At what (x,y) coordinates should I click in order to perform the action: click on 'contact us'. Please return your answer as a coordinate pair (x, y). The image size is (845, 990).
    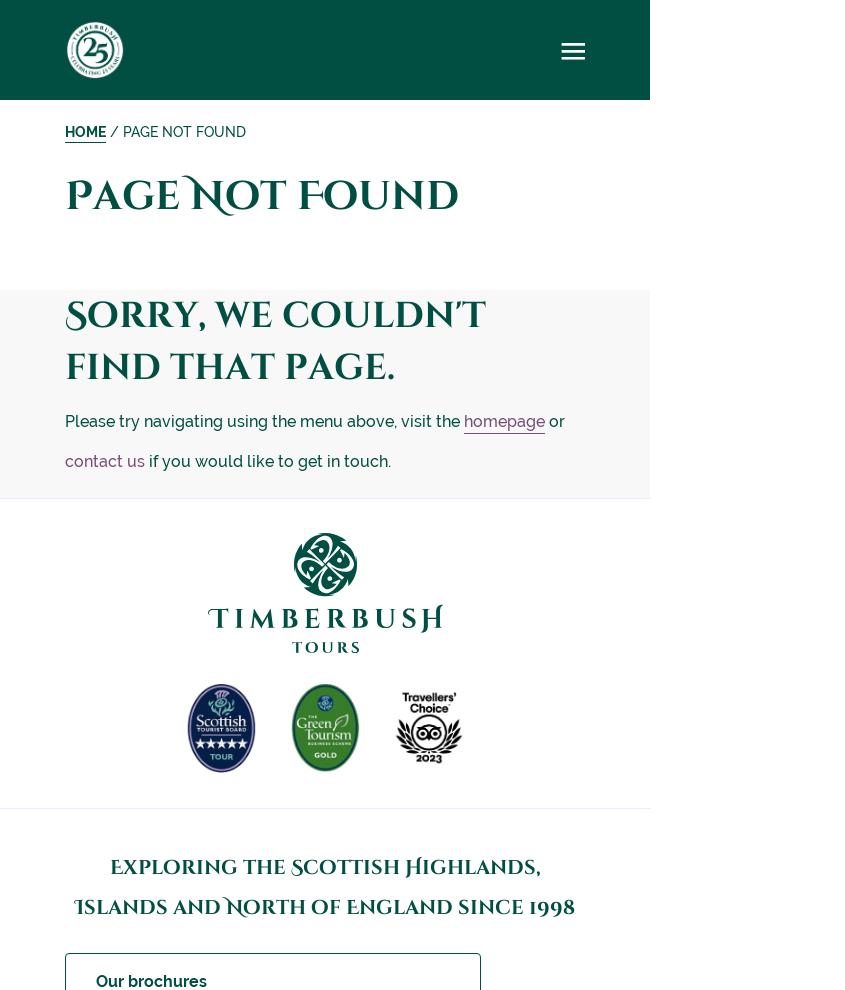
    Looking at the image, I should click on (105, 461).